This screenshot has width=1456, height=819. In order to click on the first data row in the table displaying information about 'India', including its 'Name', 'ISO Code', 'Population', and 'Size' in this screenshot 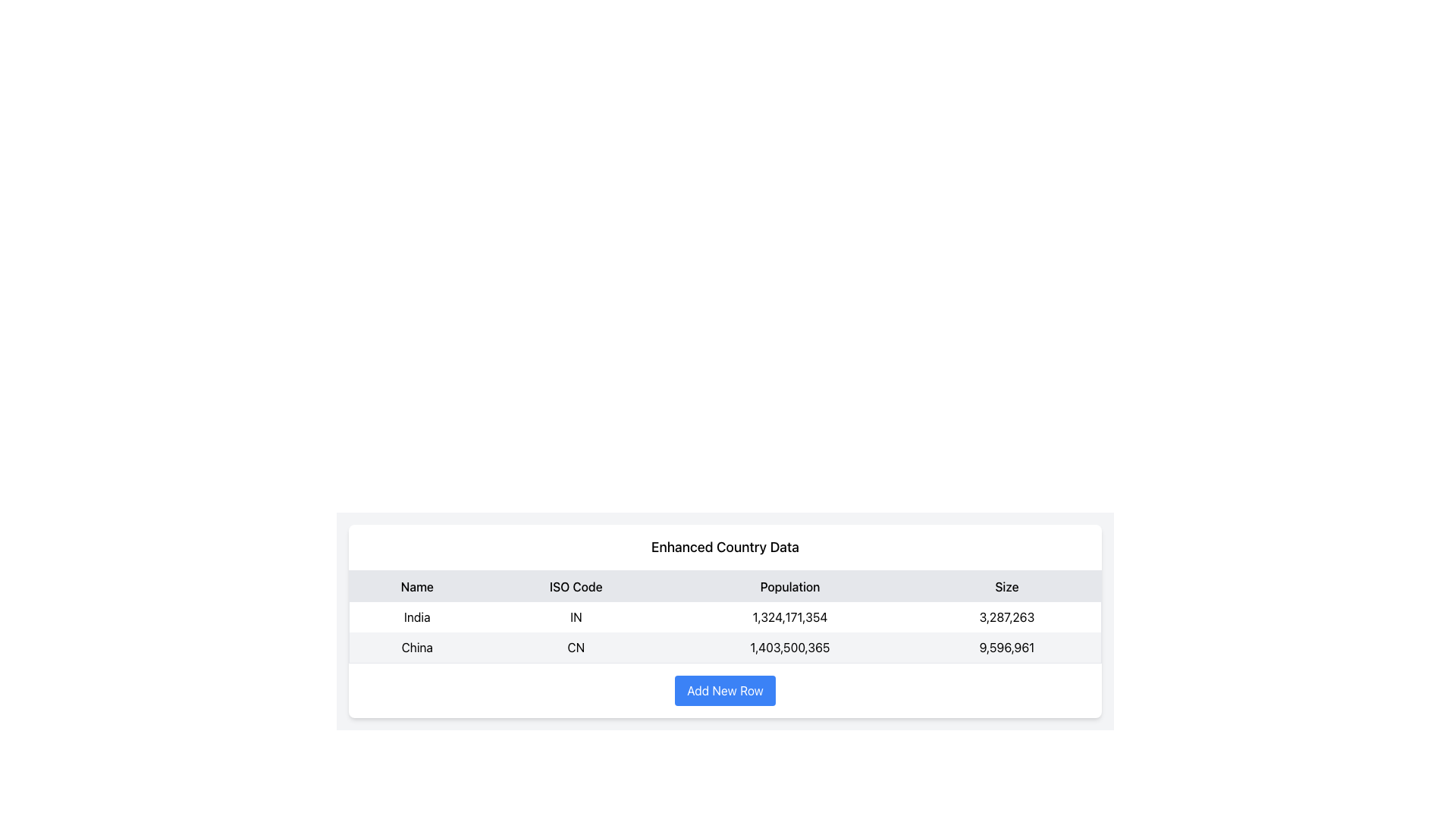, I will do `click(724, 632)`.